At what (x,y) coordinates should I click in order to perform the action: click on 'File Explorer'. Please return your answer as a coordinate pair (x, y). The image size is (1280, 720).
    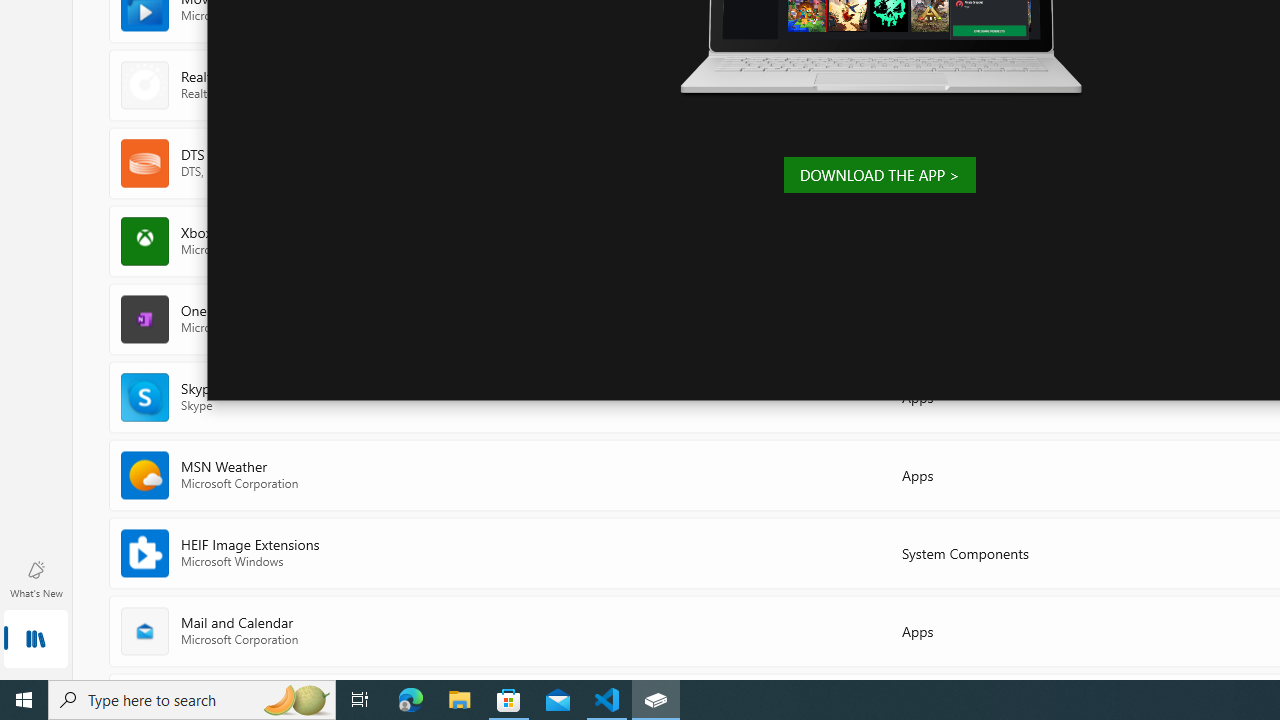
    Looking at the image, I should click on (459, 698).